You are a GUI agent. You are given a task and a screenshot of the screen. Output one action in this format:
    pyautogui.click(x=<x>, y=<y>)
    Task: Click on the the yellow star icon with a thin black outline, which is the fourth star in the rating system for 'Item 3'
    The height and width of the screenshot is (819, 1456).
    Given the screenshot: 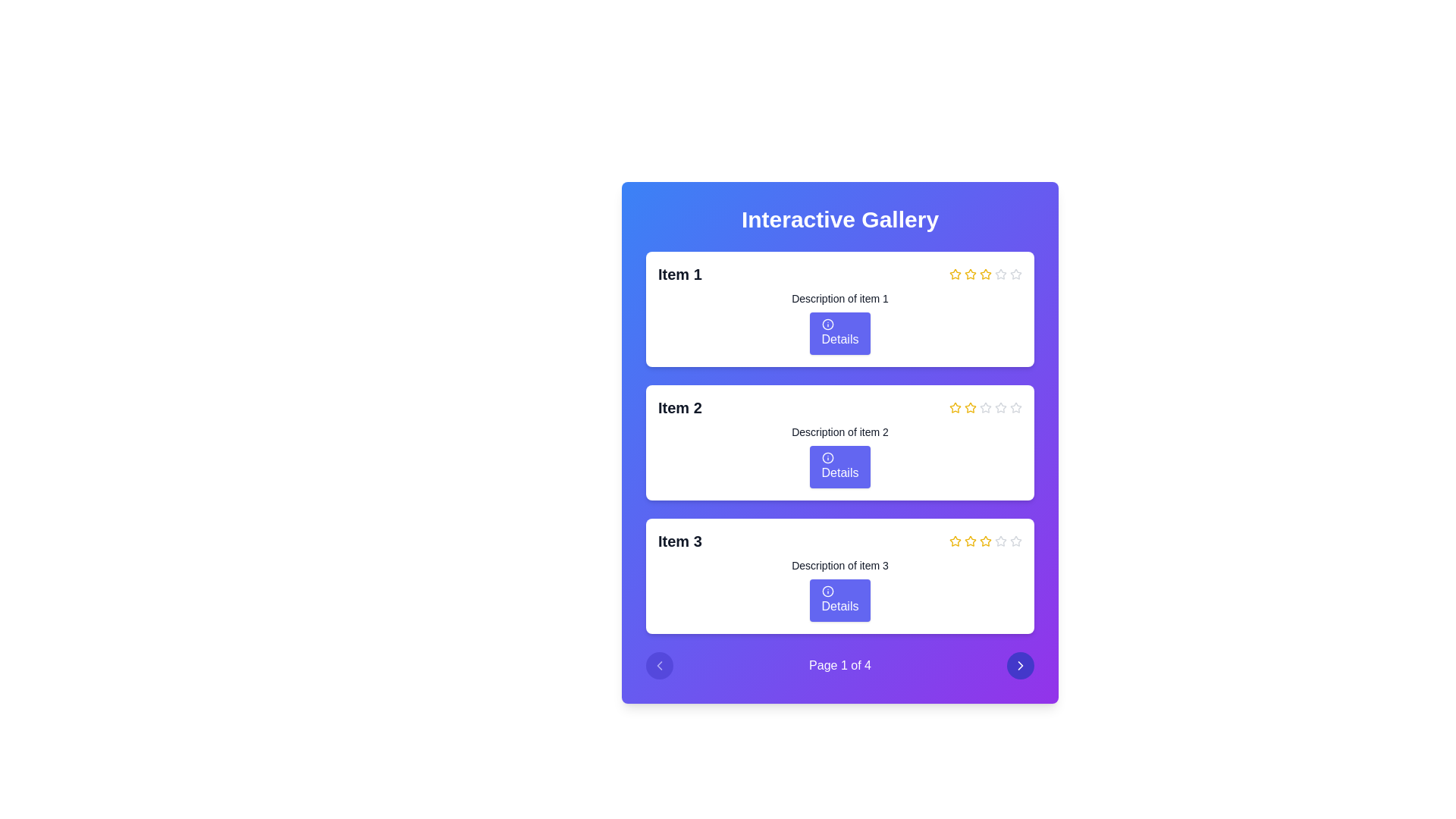 What is the action you would take?
    pyautogui.click(x=986, y=540)
    